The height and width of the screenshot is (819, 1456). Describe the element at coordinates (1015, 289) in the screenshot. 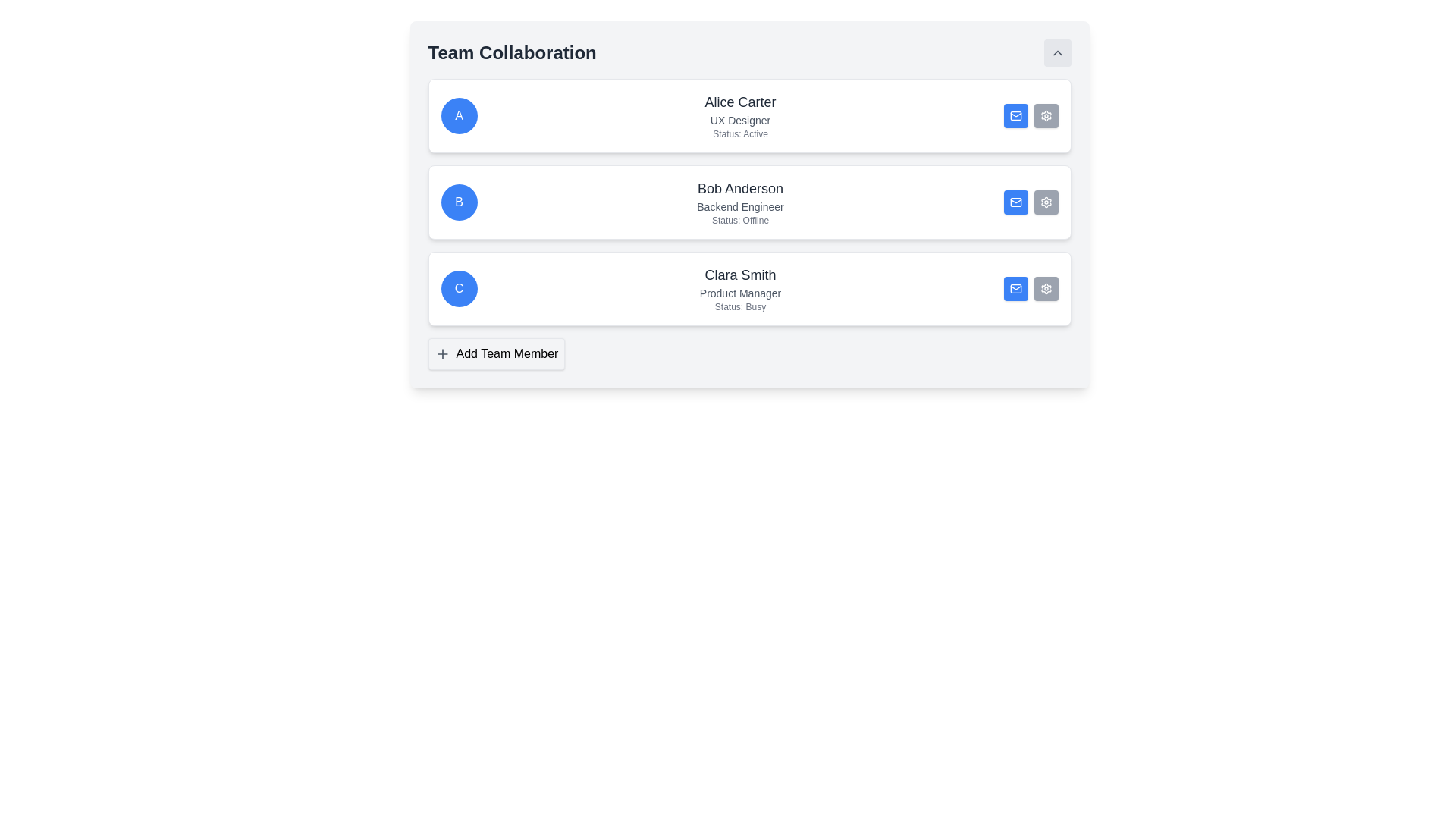

I see `the email action button located to the right of Clara Smith, Product Manager, in the bottom row of the team members list` at that location.